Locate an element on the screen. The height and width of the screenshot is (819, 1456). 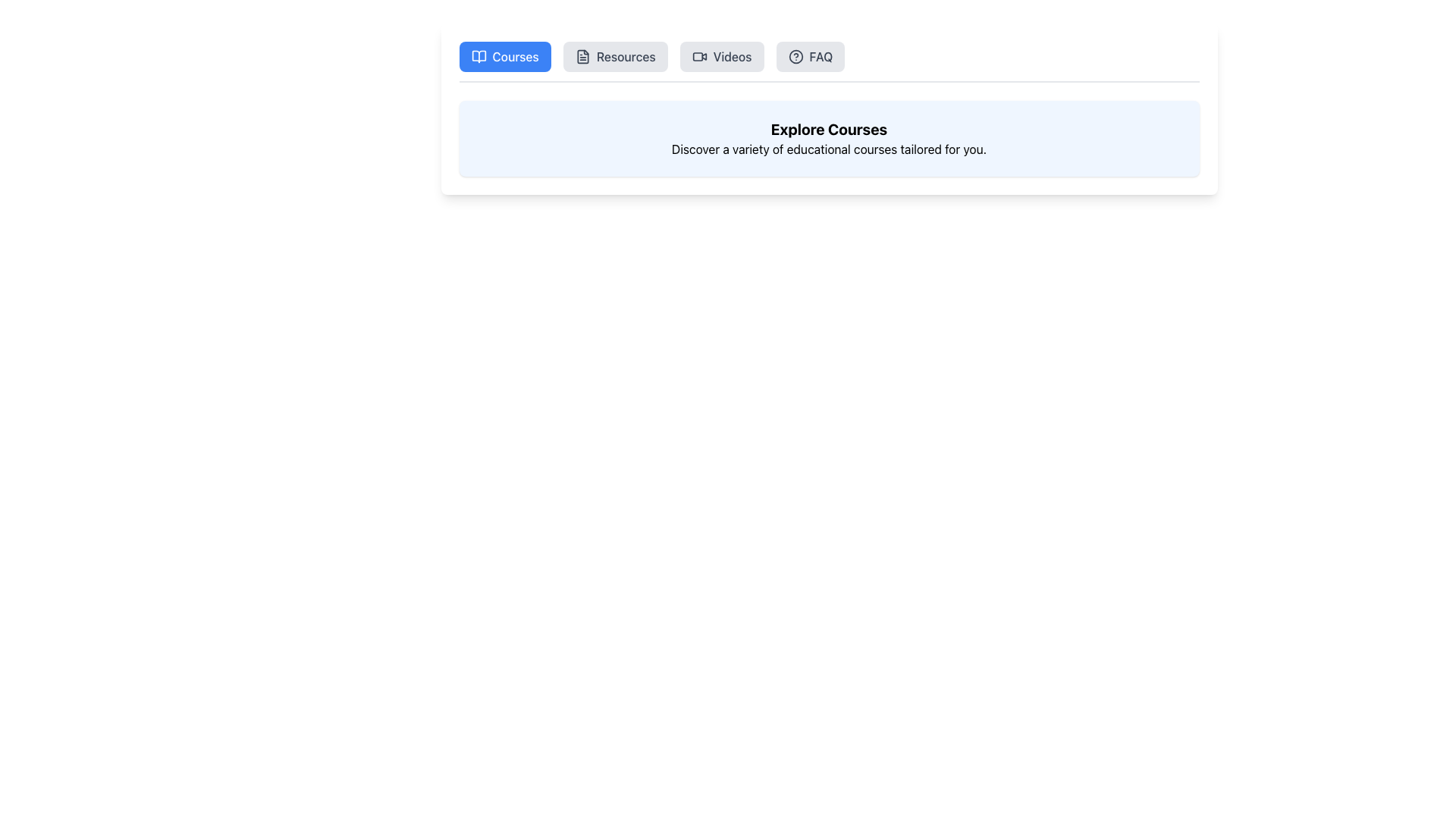
the video icon with a camera-like symbol, located to the left of the 'Videos' button in the navigation bar is located at coordinates (698, 55).